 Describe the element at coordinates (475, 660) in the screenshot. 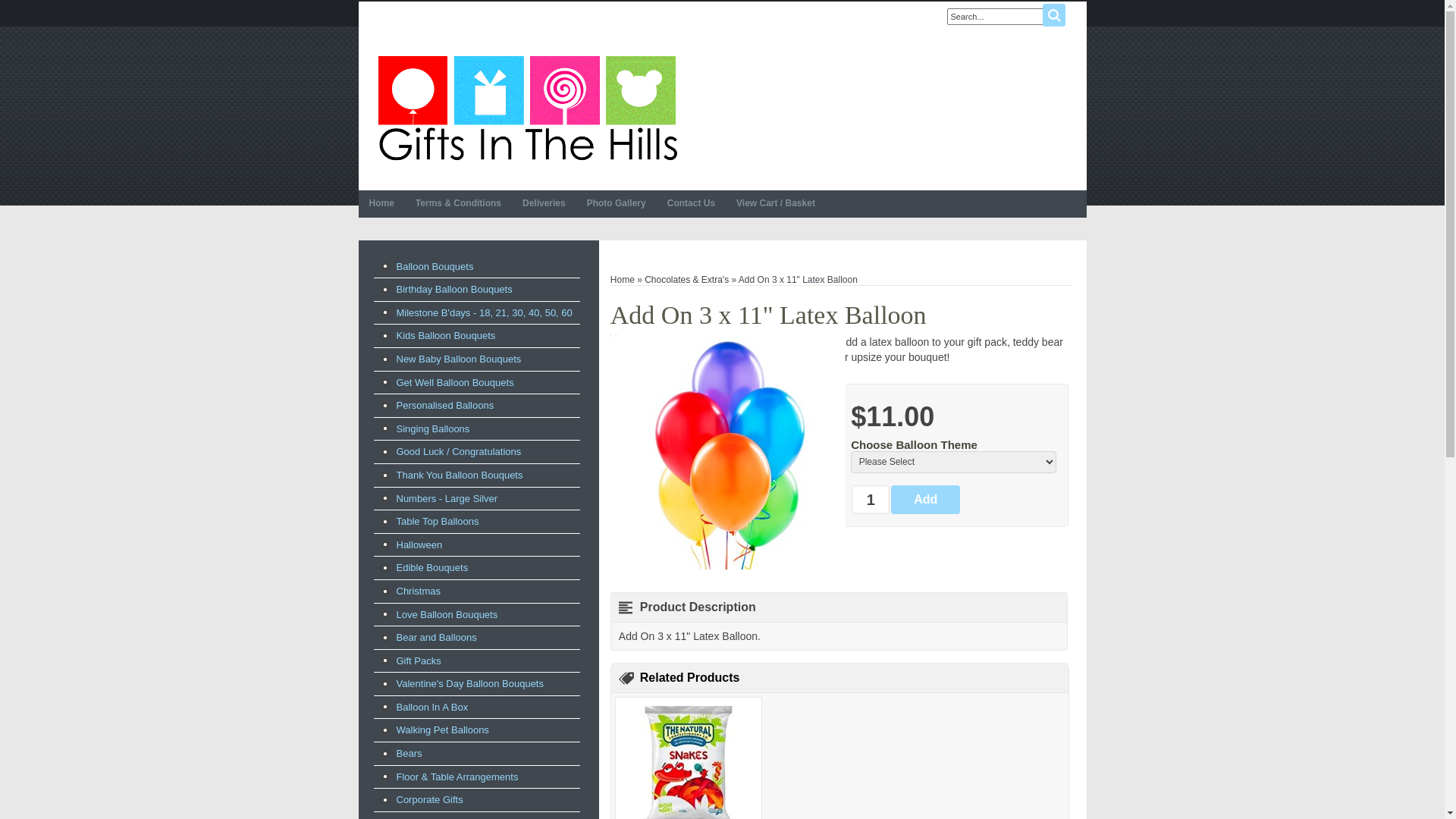

I see `'Gift Packs'` at that location.